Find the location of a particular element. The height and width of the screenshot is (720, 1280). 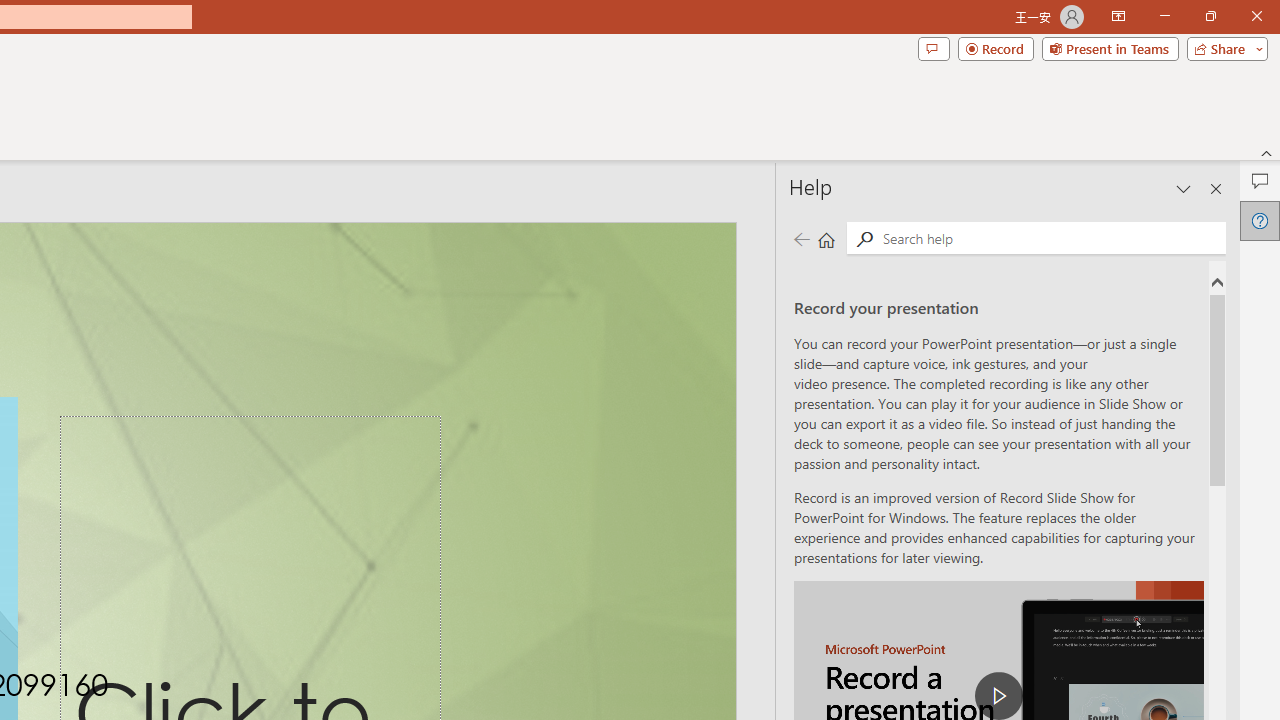

'Previous page' is located at coordinates (801, 238).